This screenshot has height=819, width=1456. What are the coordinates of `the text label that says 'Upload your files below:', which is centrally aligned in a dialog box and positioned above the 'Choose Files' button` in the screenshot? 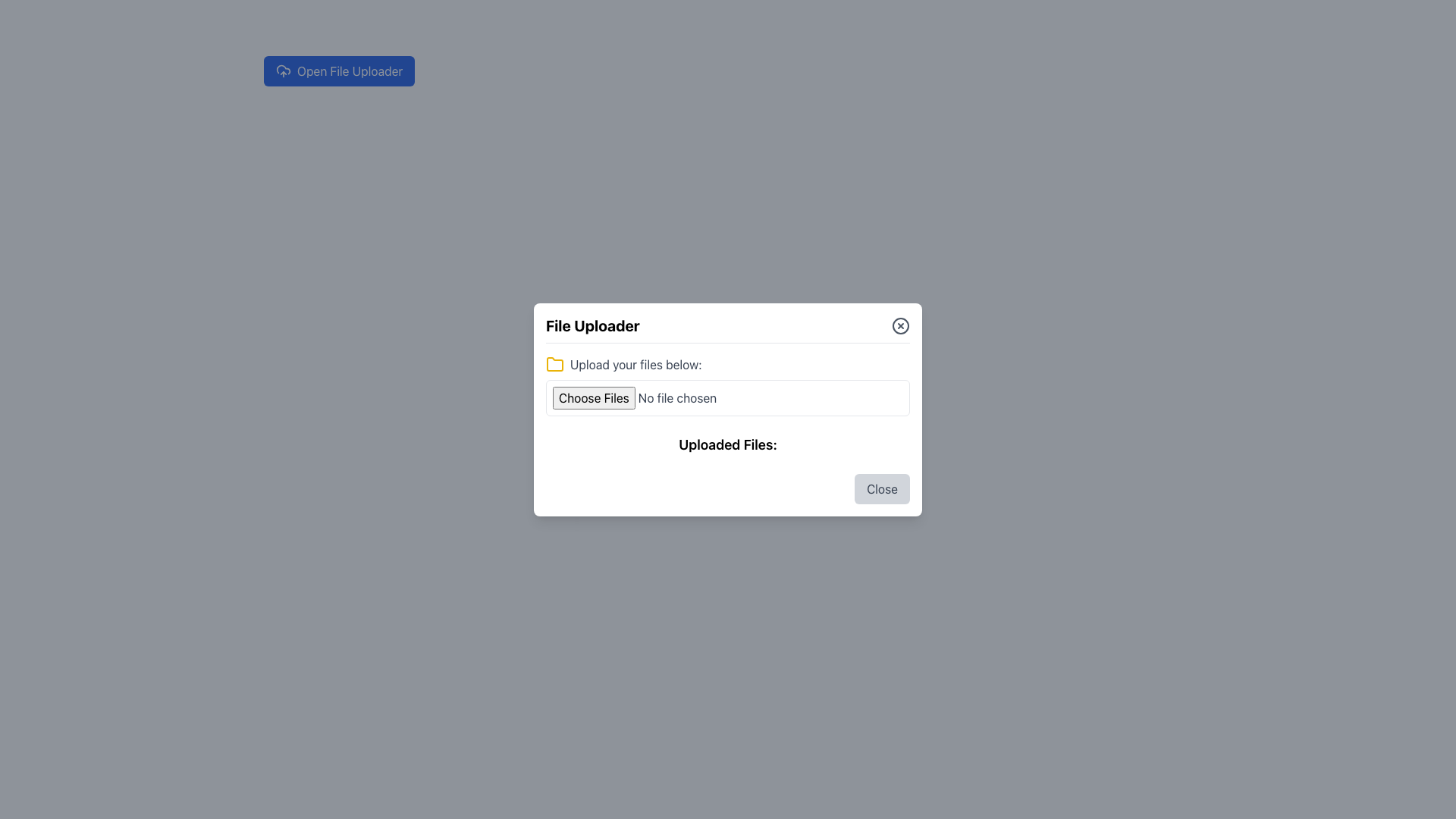 It's located at (635, 364).